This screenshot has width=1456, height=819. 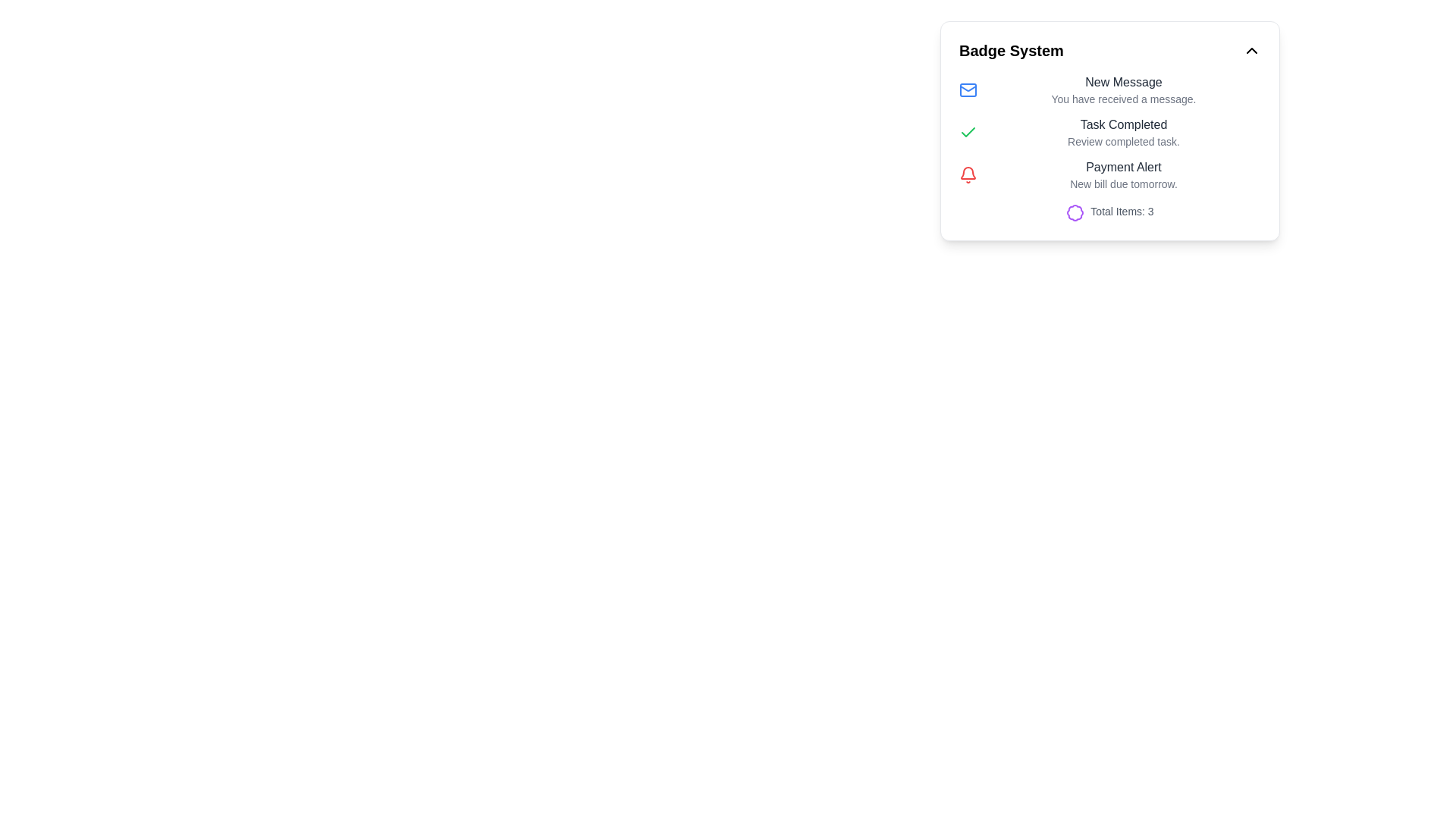 I want to click on the completion icon located to the left of the 'Task Completed' notification in the second entry of the notification list to acknowledge its positive status, so click(x=967, y=131).